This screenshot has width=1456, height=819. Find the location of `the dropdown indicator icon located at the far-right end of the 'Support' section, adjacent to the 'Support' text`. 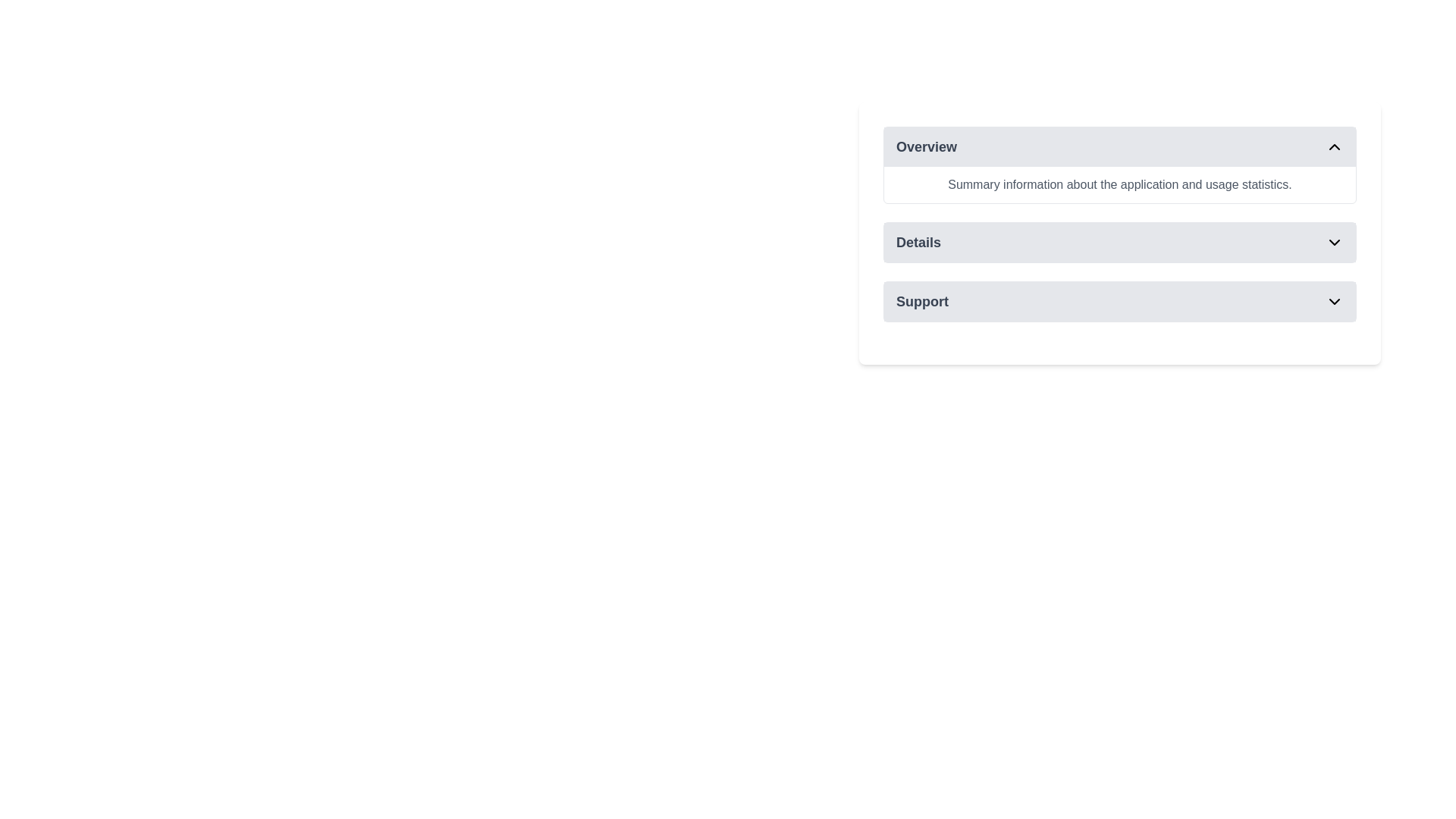

the dropdown indicator icon located at the far-right end of the 'Support' section, adjacent to the 'Support' text is located at coordinates (1335, 301).